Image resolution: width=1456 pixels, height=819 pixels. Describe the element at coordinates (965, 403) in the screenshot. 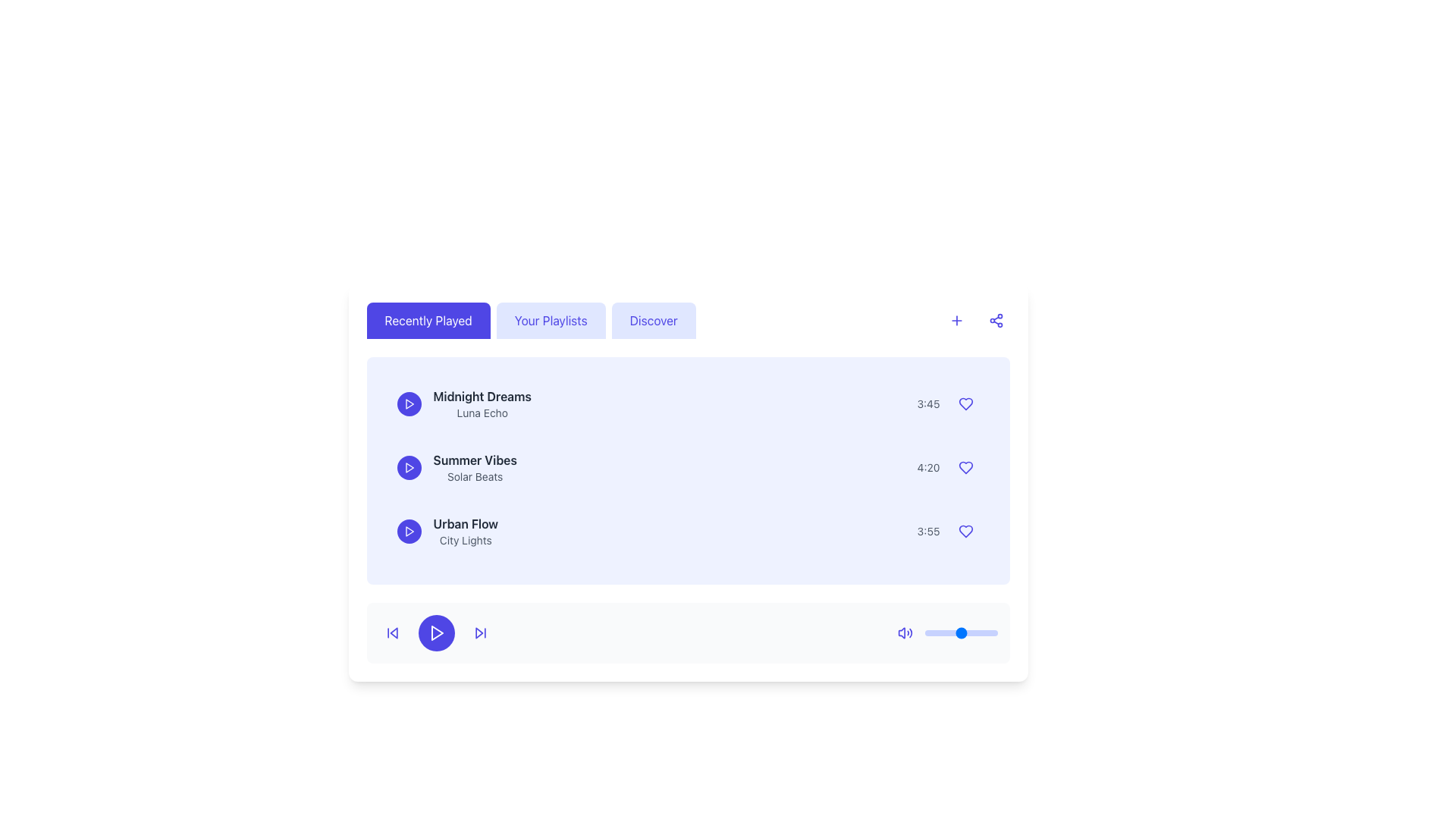

I see `the small, circular light blue button with a heart icon outlined in blue, located in the 'Recently Played' playlist` at that location.